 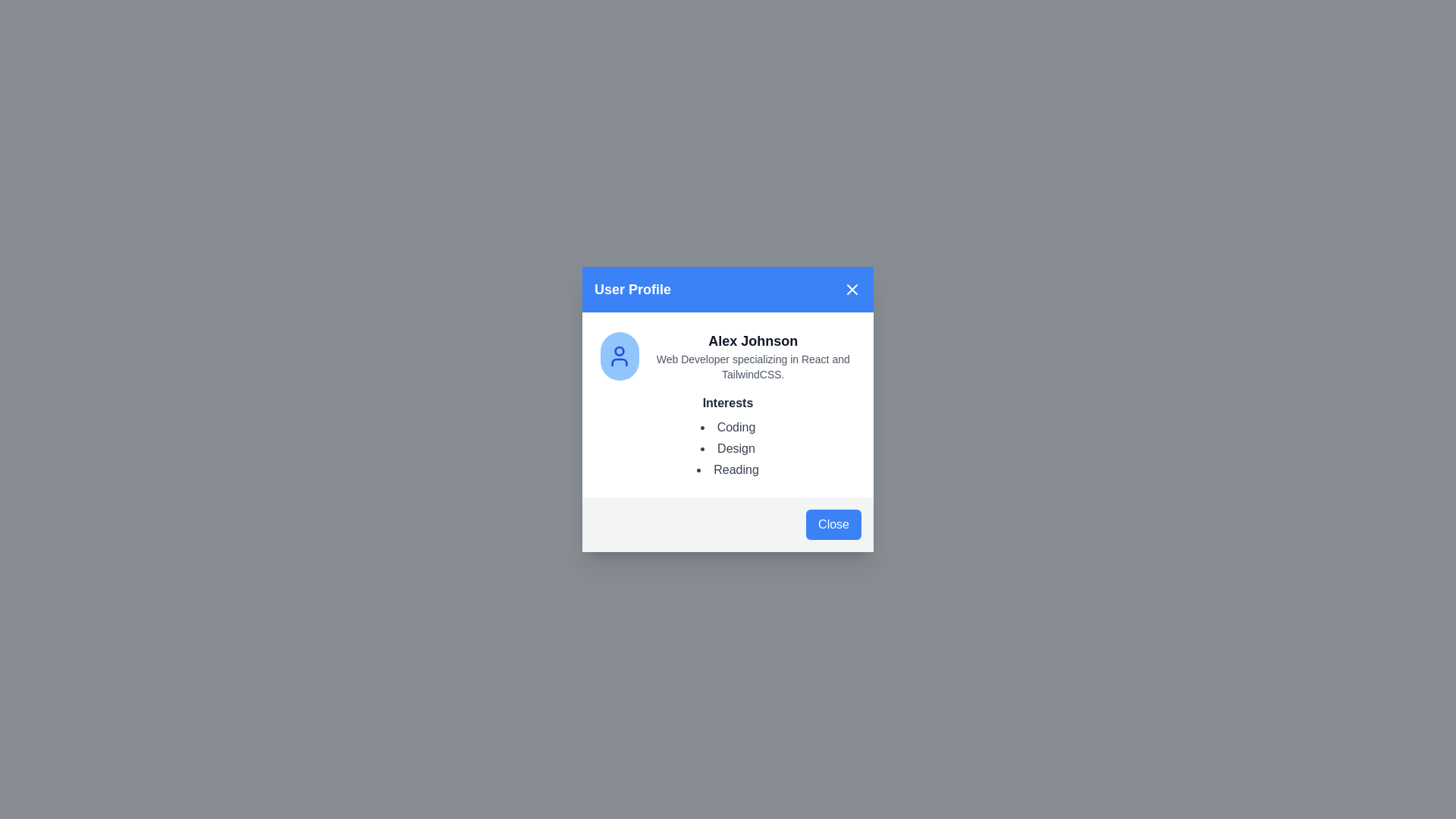 I want to click on the text area titled 'Interests' which contains a bullet list of 'Coding', 'Design', and 'Reading', located below the developer bio in the user profile modal, so click(x=728, y=436).